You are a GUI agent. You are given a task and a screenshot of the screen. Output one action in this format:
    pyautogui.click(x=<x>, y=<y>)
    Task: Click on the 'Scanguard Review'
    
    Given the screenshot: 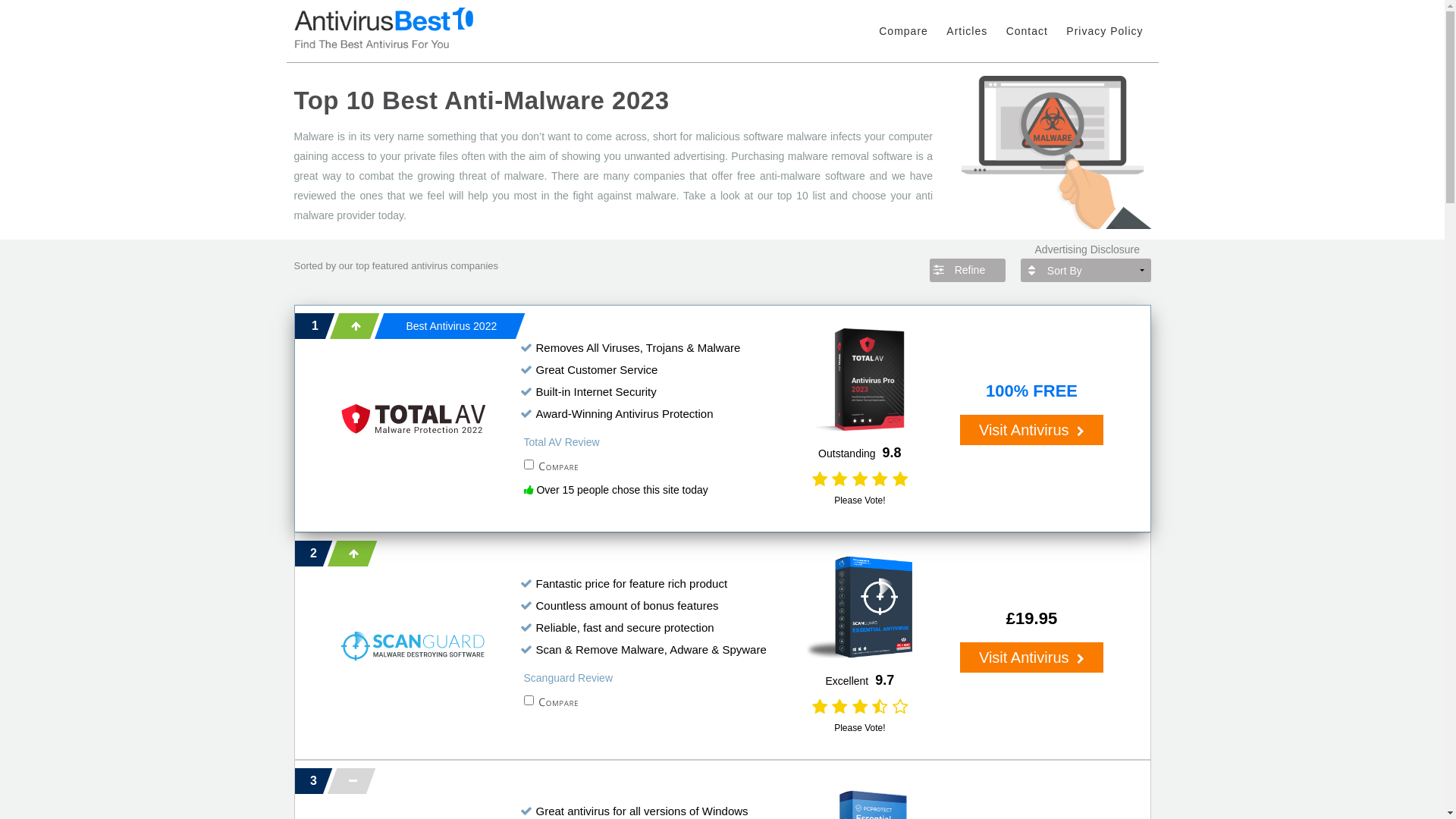 What is the action you would take?
    pyautogui.click(x=523, y=677)
    